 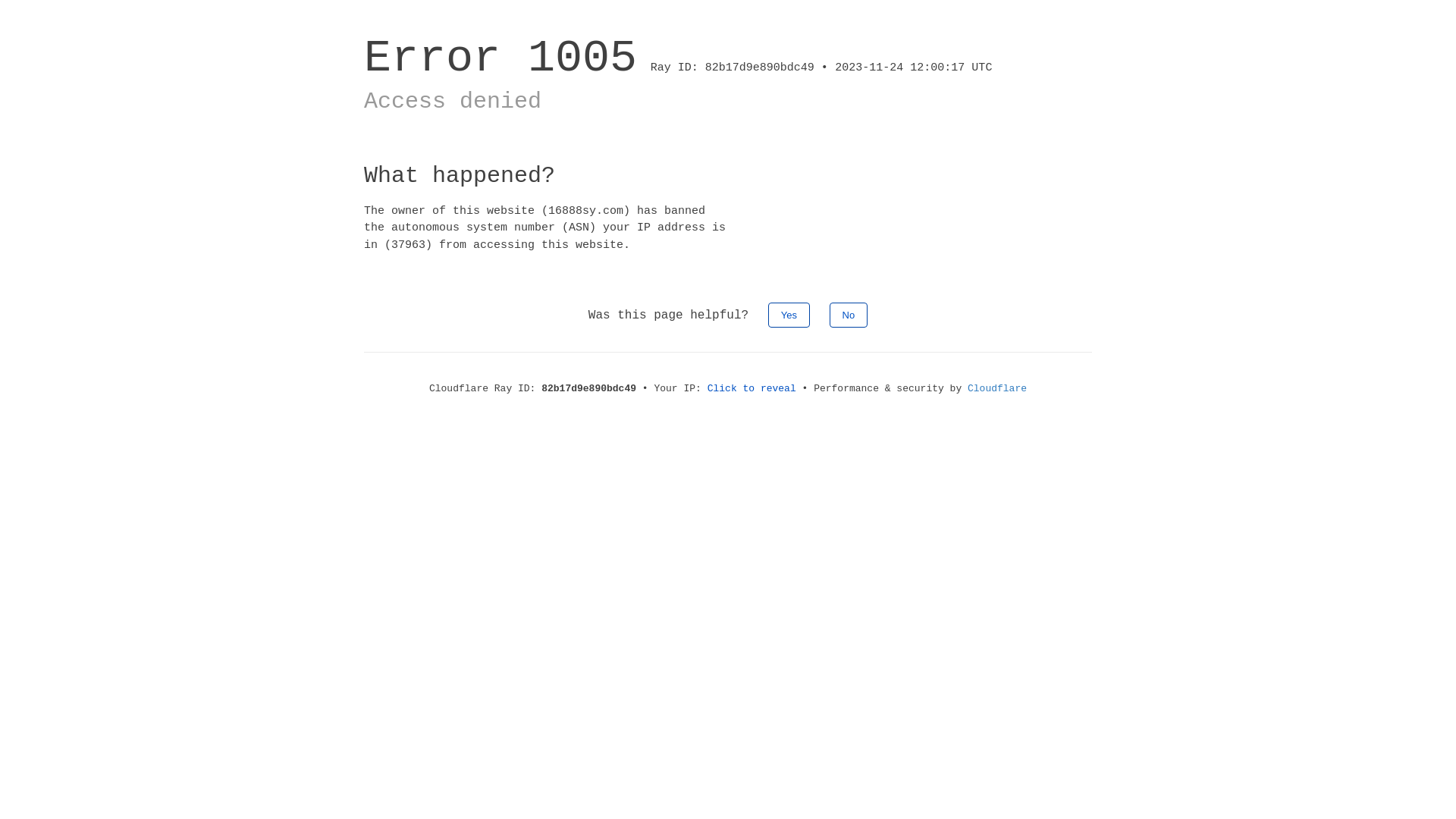 What do you see at coordinates (789, 314) in the screenshot?
I see `'Yes'` at bounding box center [789, 314].